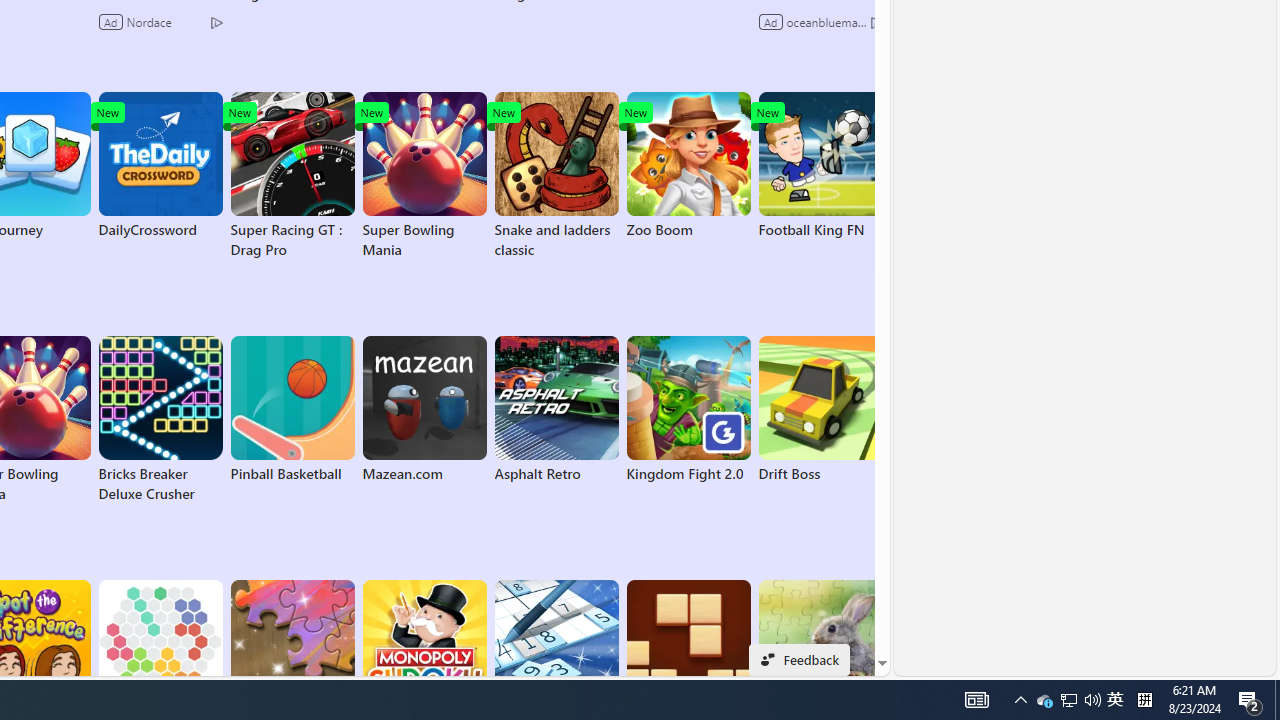  I want to click on 'Class: ad-choice  ad-choice-mono ', so click(876, 21).